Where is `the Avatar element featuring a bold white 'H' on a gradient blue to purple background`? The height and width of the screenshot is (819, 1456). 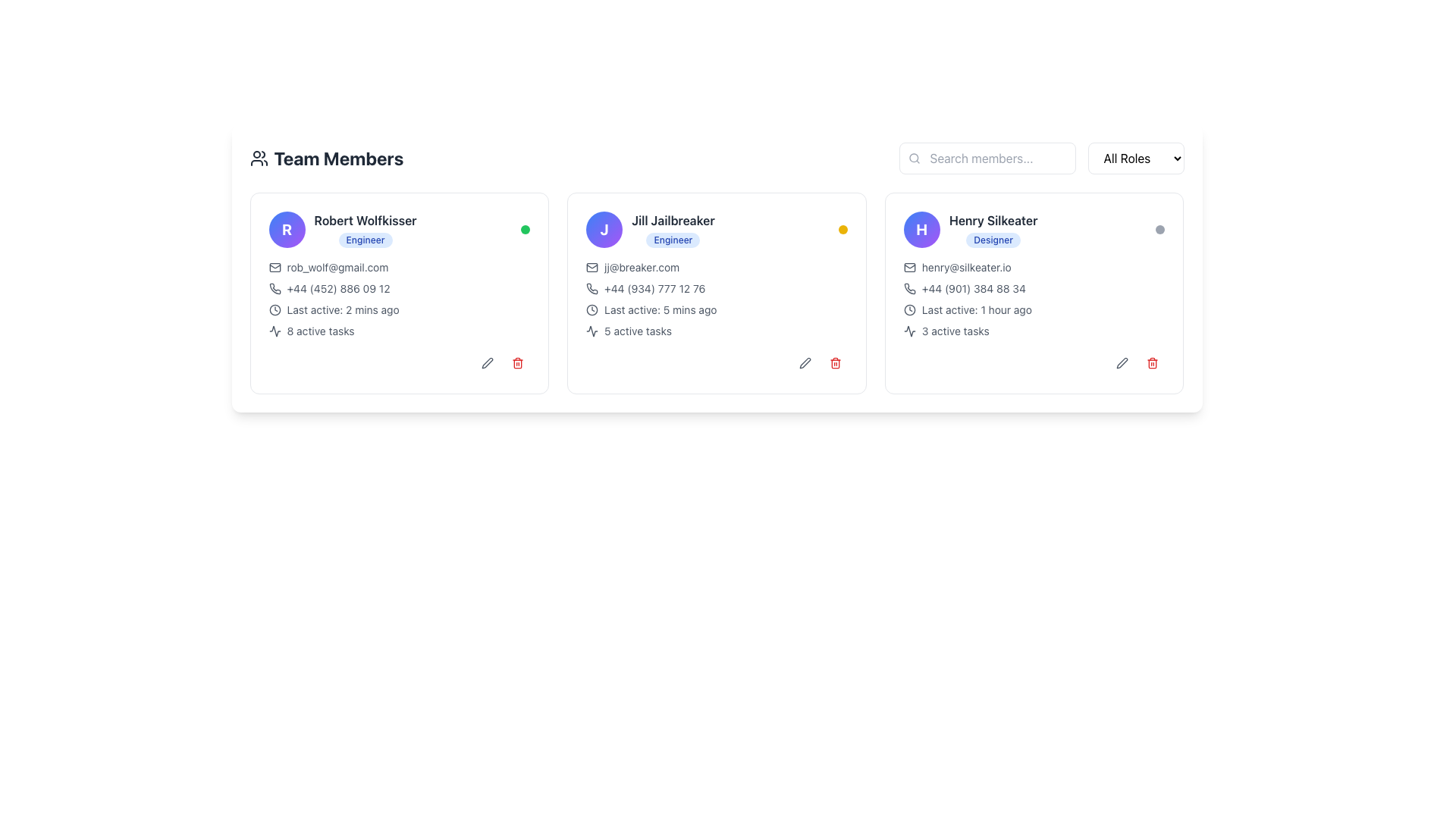
the Avatar element featuring a bold white 'H' on a gradient blue to purple background is located at coordinates (921, 230).